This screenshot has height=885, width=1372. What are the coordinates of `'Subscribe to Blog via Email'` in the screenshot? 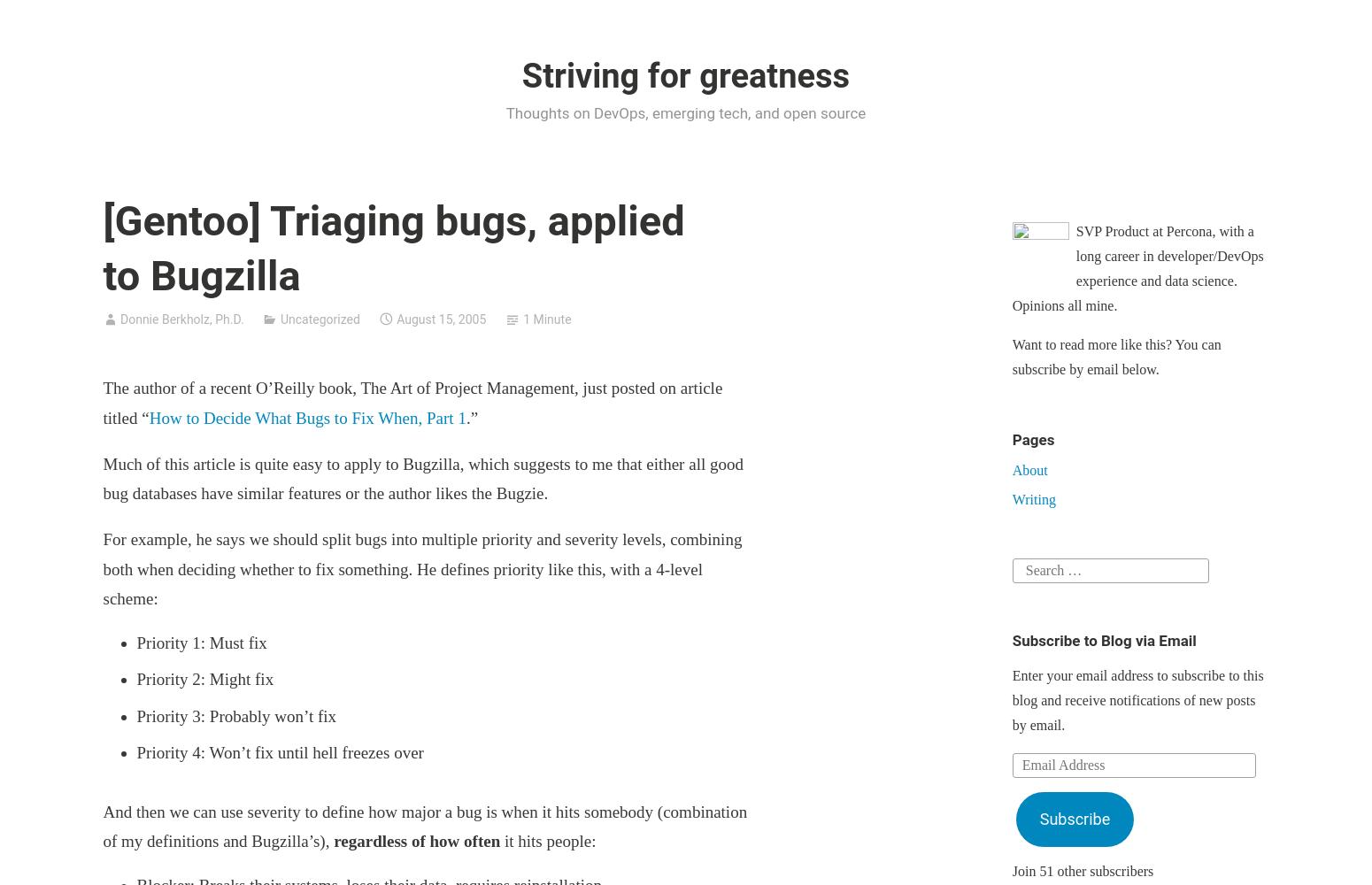 It's located at (1102, 640).